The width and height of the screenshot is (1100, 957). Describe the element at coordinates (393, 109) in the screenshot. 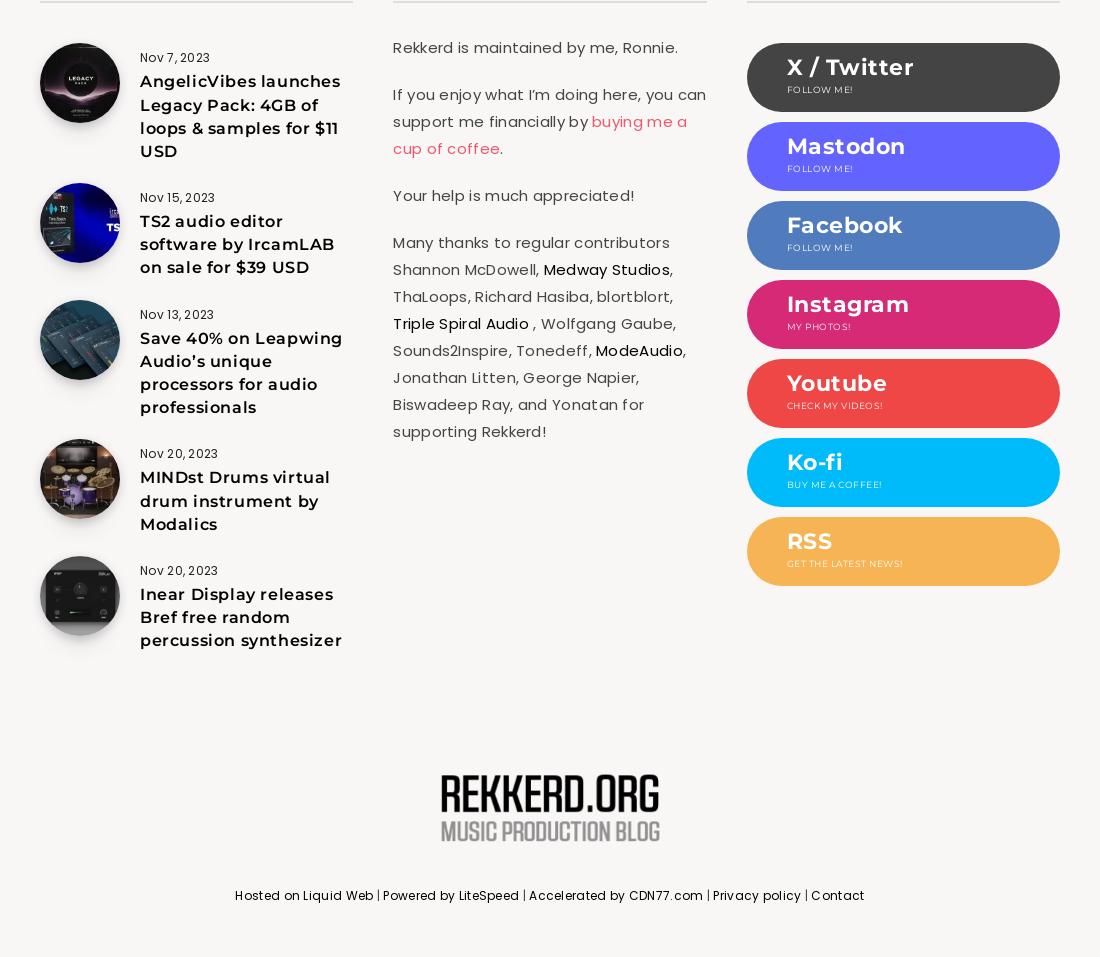

I see `'If you enjoy what I’m doing here, you can support me financially by'` at that location.